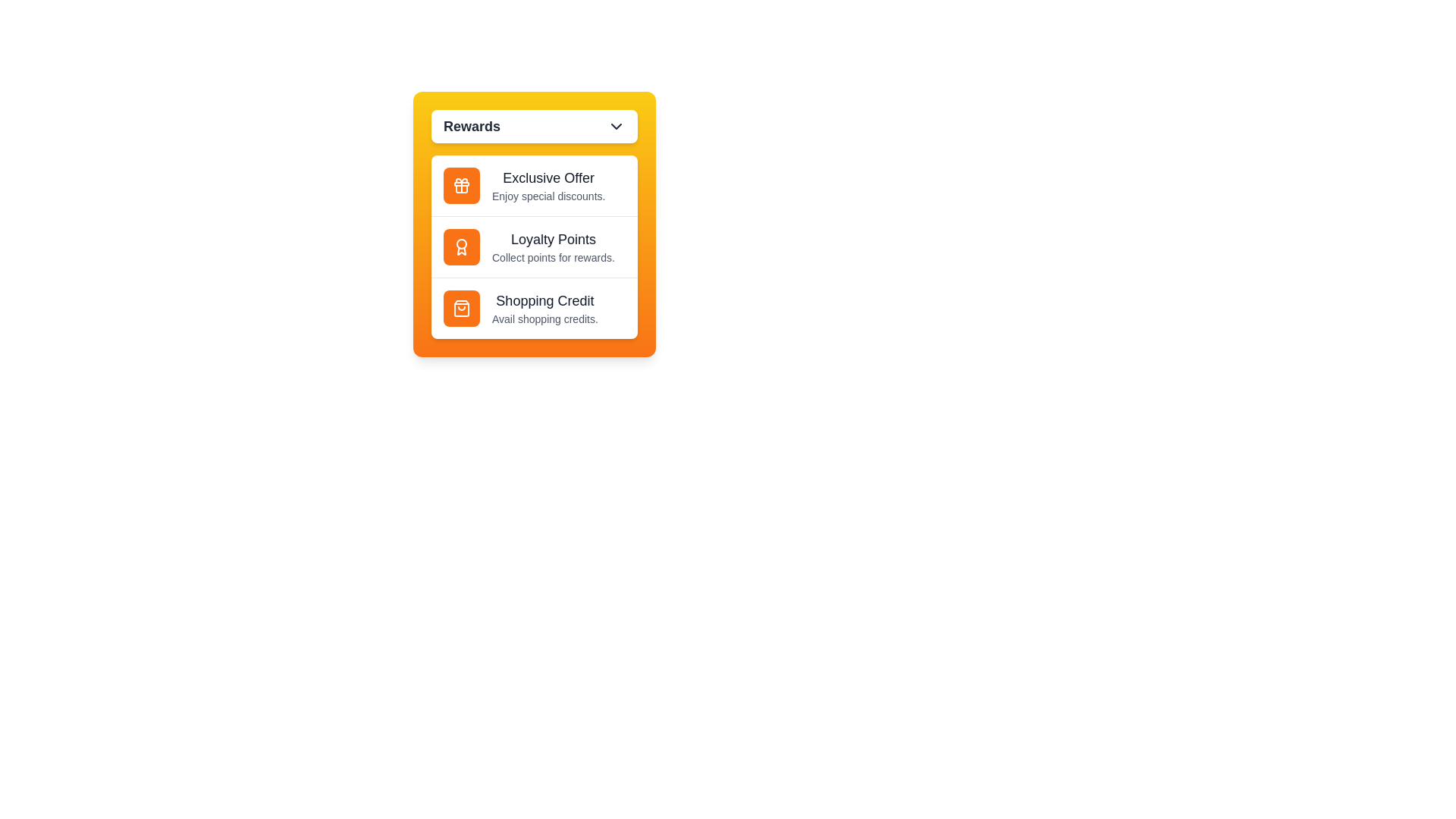  What do you see at coordinates (552, 246) in the screenshot?
I see `the textual information block about the loyalty program, which is the second item in the list, positioned below 'Exclusive Offer' and above 'Shopping Credit', accompanied by an orange icon with badge graphics` at bounding box center [552, 246].